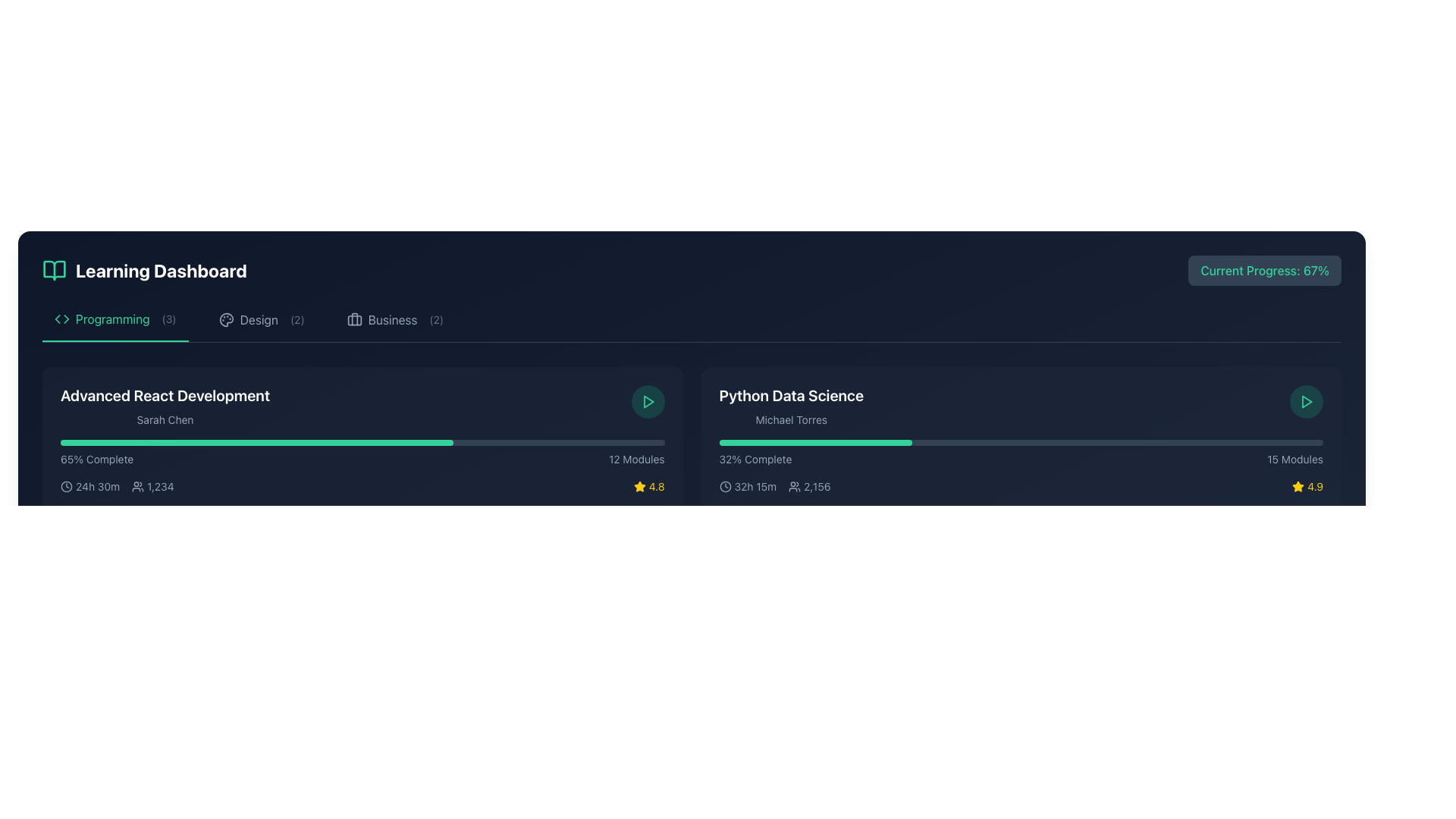  I want to click on the text label that serves as the heading and subheading for the 'Python Data Science' course, positioned at the top section of the card, right of the 'Advanced React Development' card, so click(790, 406).